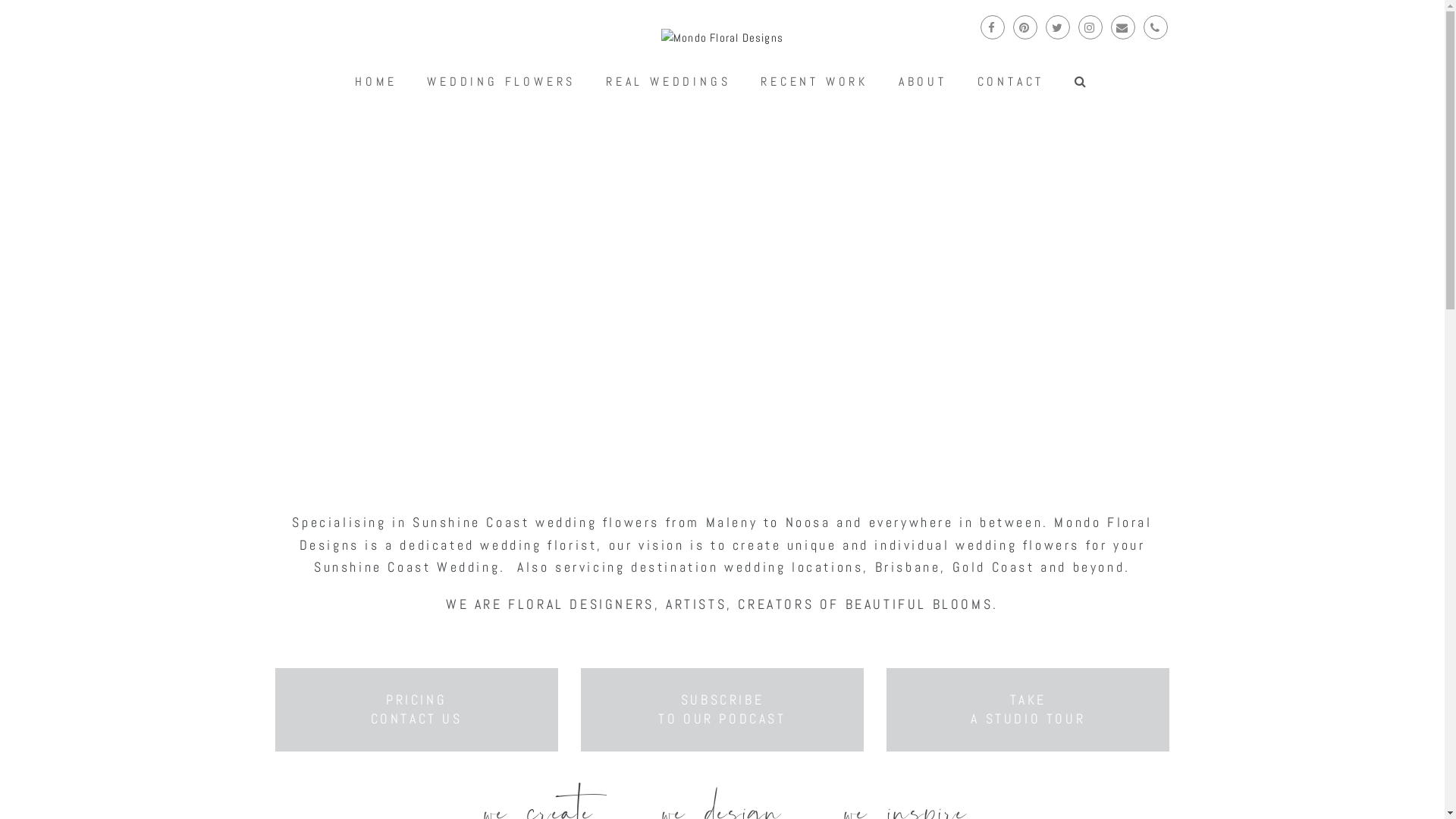 This screenshot has width=1456, height=819. Describe the element at coordinates (1011, 82) in the screenshot. I see `'CONTACT'` at that location.